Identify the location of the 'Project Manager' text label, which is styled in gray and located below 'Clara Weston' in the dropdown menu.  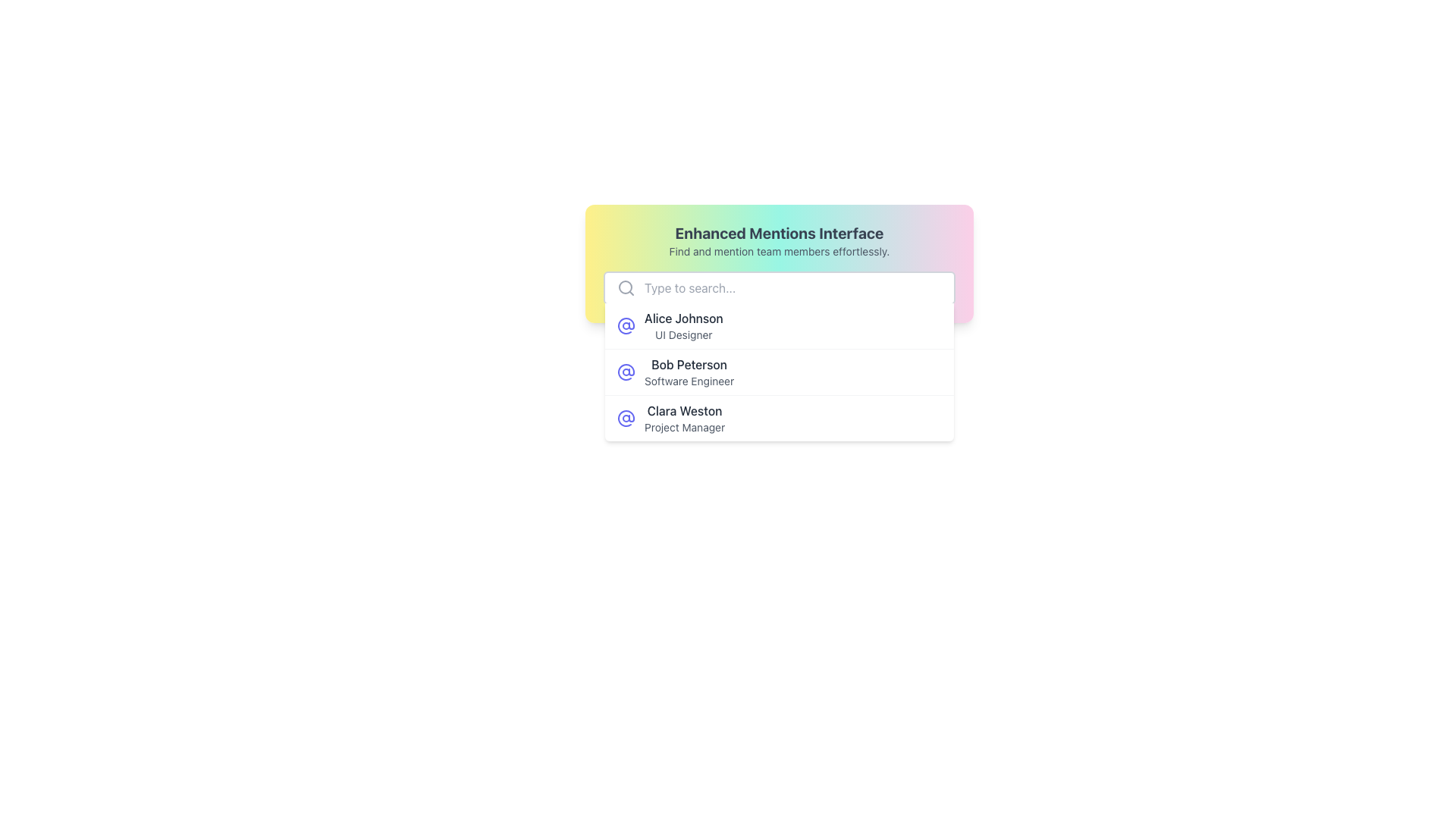
(684, 427).